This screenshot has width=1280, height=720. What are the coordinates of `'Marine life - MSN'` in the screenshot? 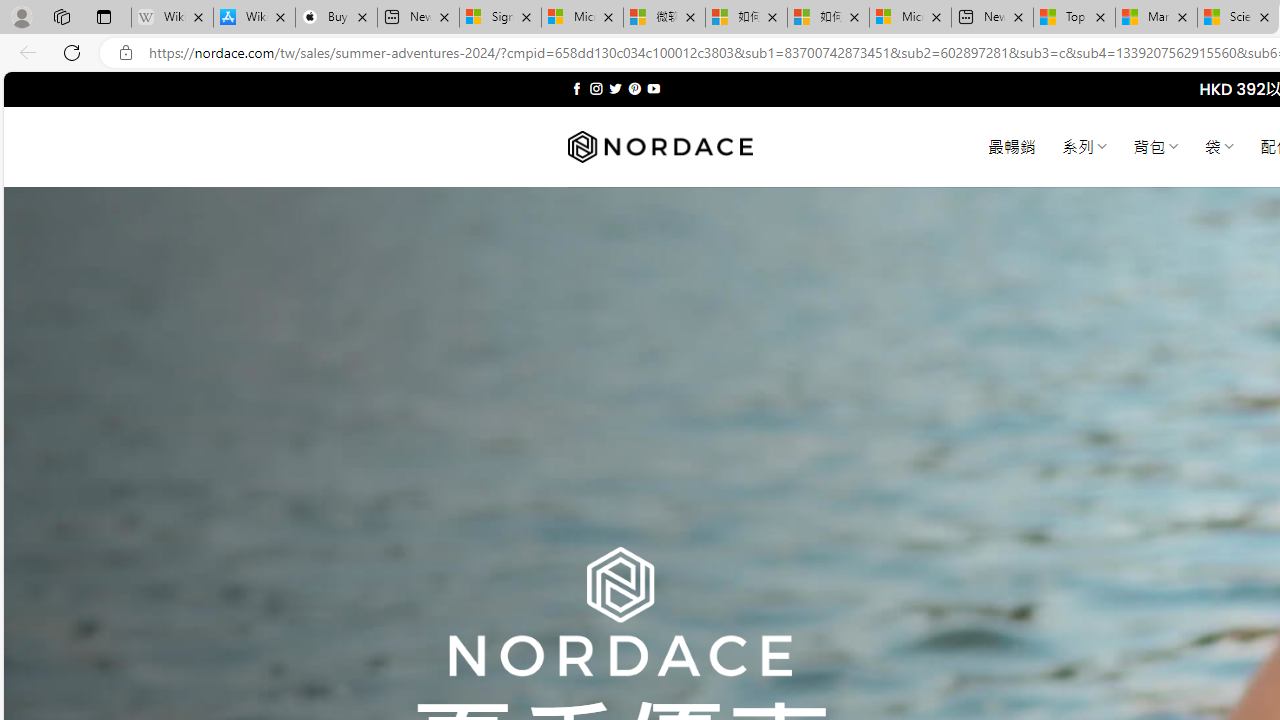 It's located at (1156, 17).